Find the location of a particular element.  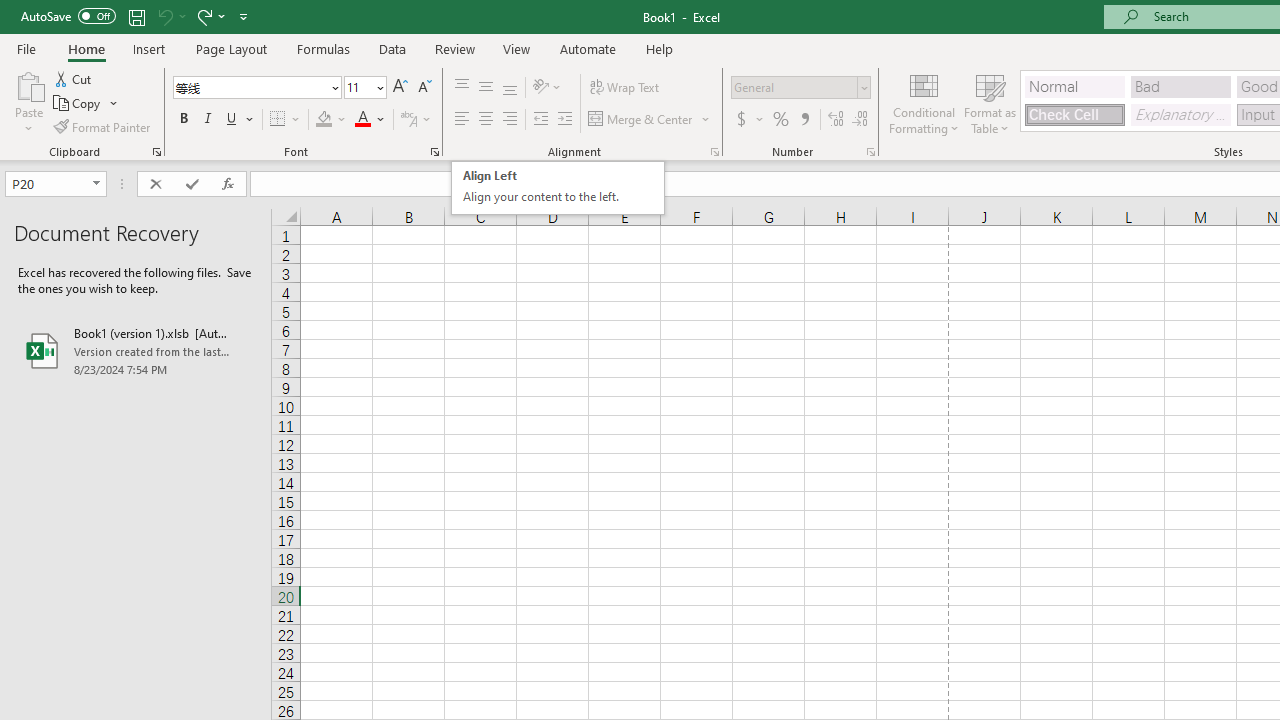

'Paste' is located at coordinates (28, 84).